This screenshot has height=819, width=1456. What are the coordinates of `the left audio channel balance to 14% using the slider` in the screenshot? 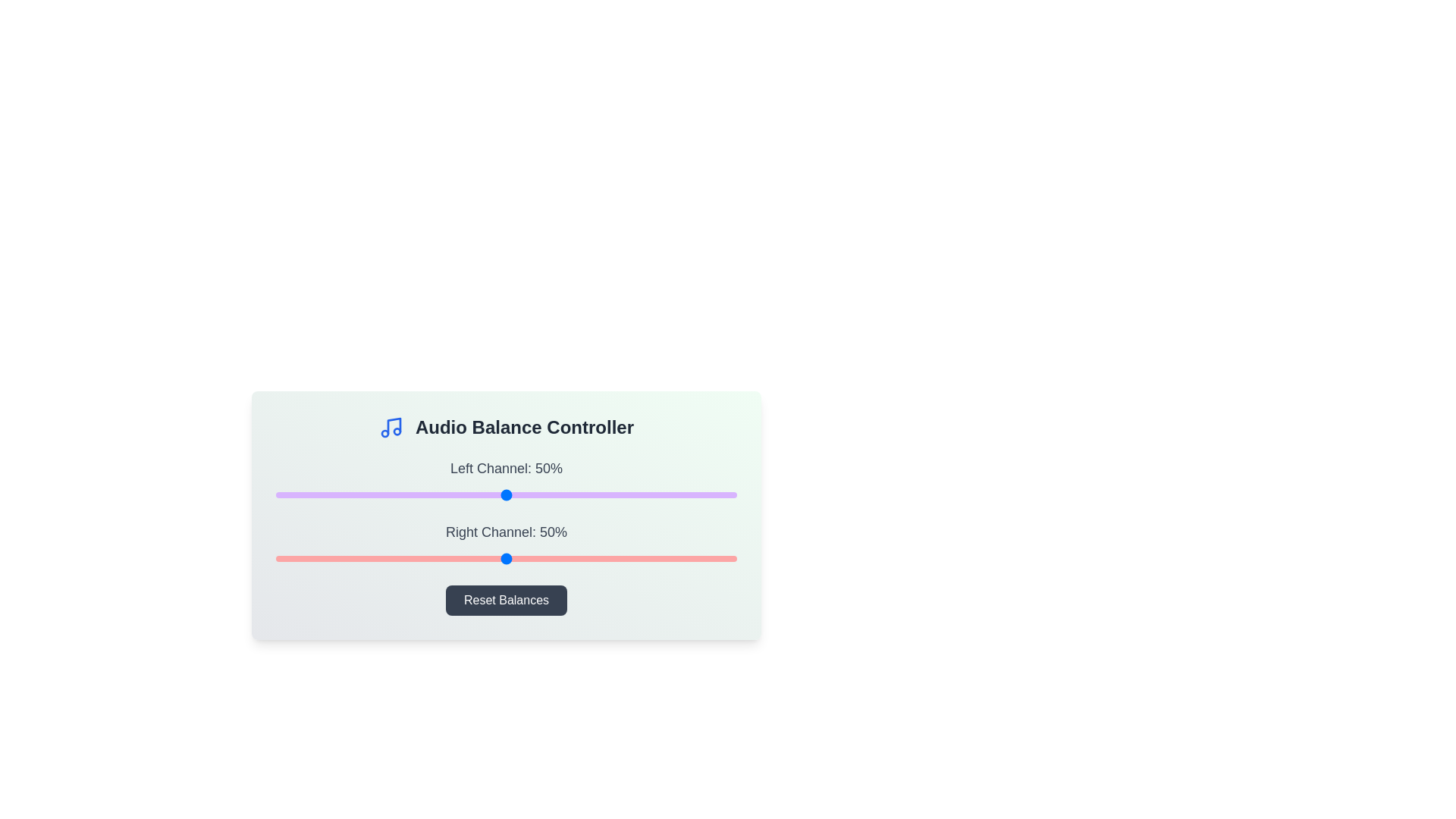 It's located at (340, 494).